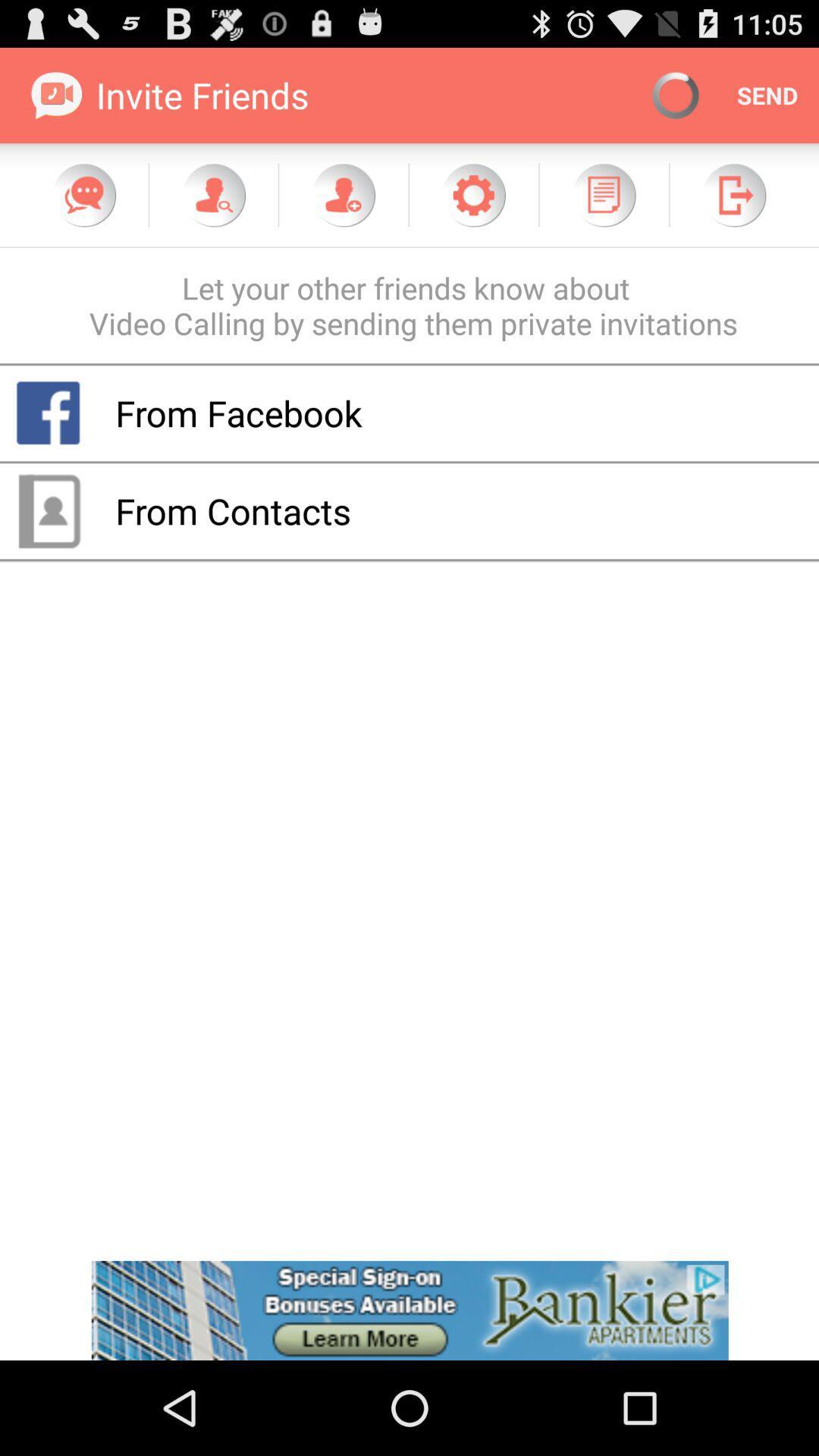 This screenshot has height=1456, width=819. I want to click on find friends, so click(213, 194).